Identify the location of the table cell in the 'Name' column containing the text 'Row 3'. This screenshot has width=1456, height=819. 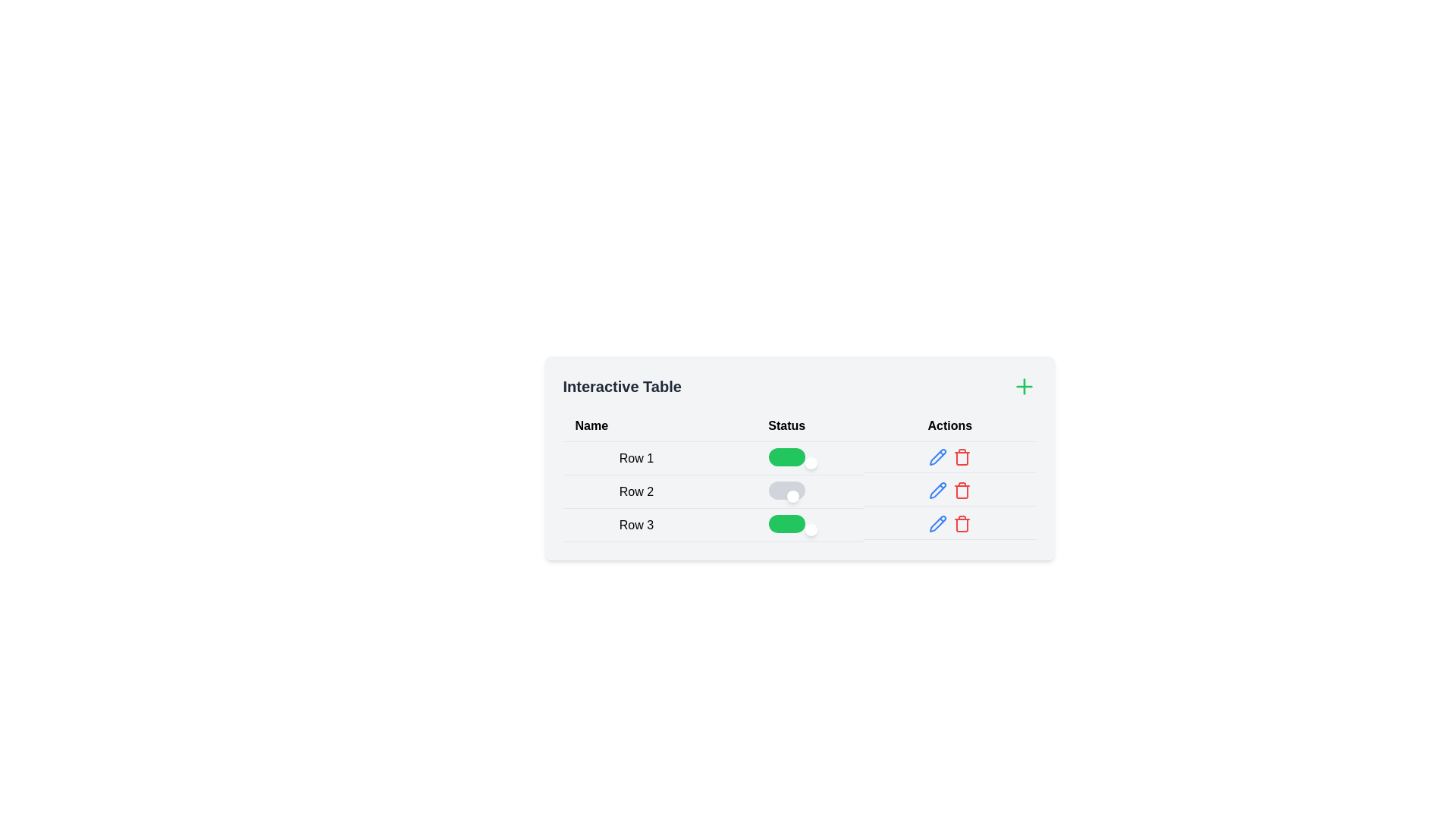
(636, 524).